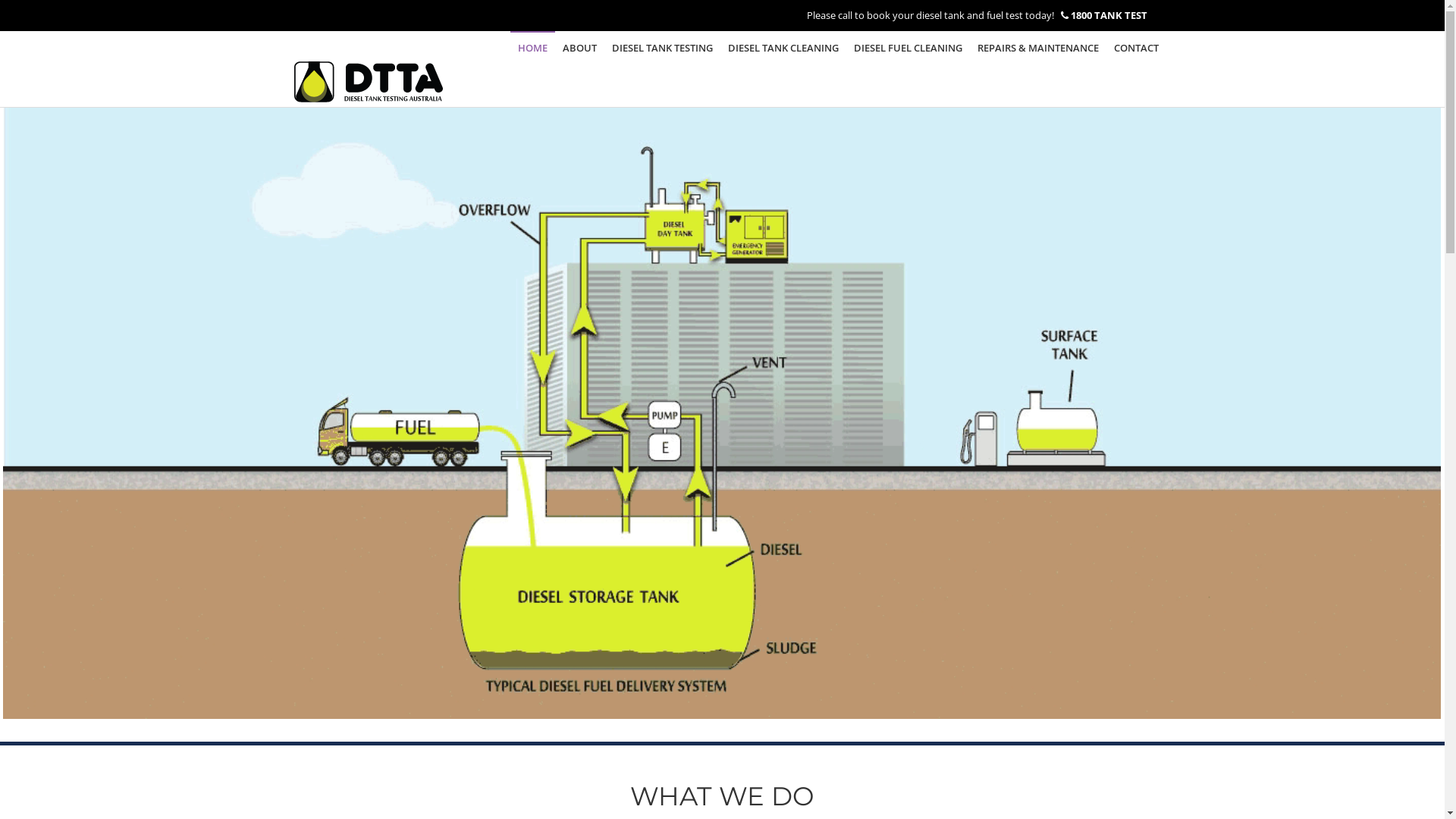 This screenshot has height=819, width=1456. What do you see at coordinates (579, 46) in the screenshot?
I see `'ABOUT'` at bounding box center [579, 46].